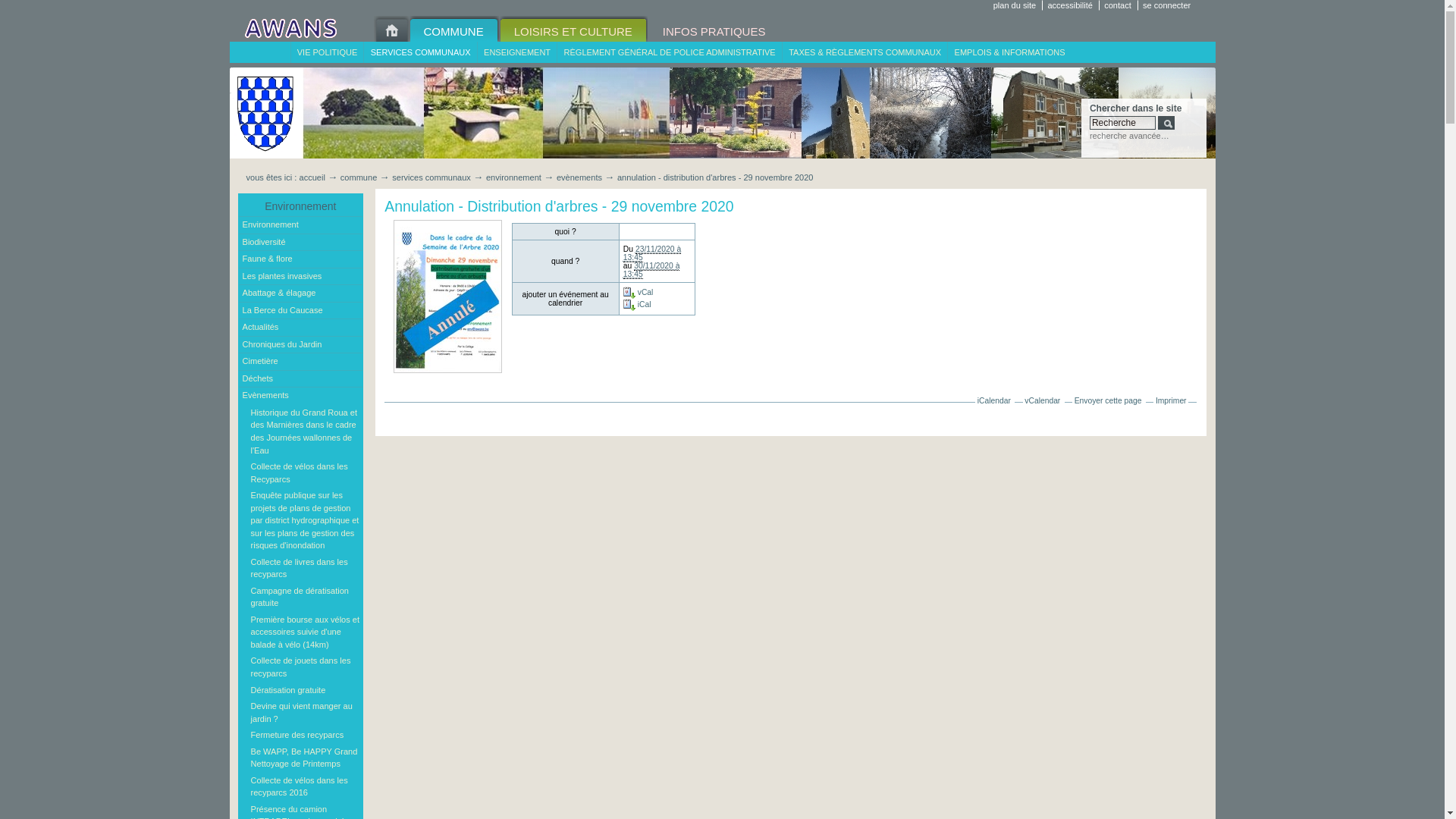  Describe the element at coordinates (301, 345) in the screenshot. I see `'Chroniques du Jardin'` at that location.